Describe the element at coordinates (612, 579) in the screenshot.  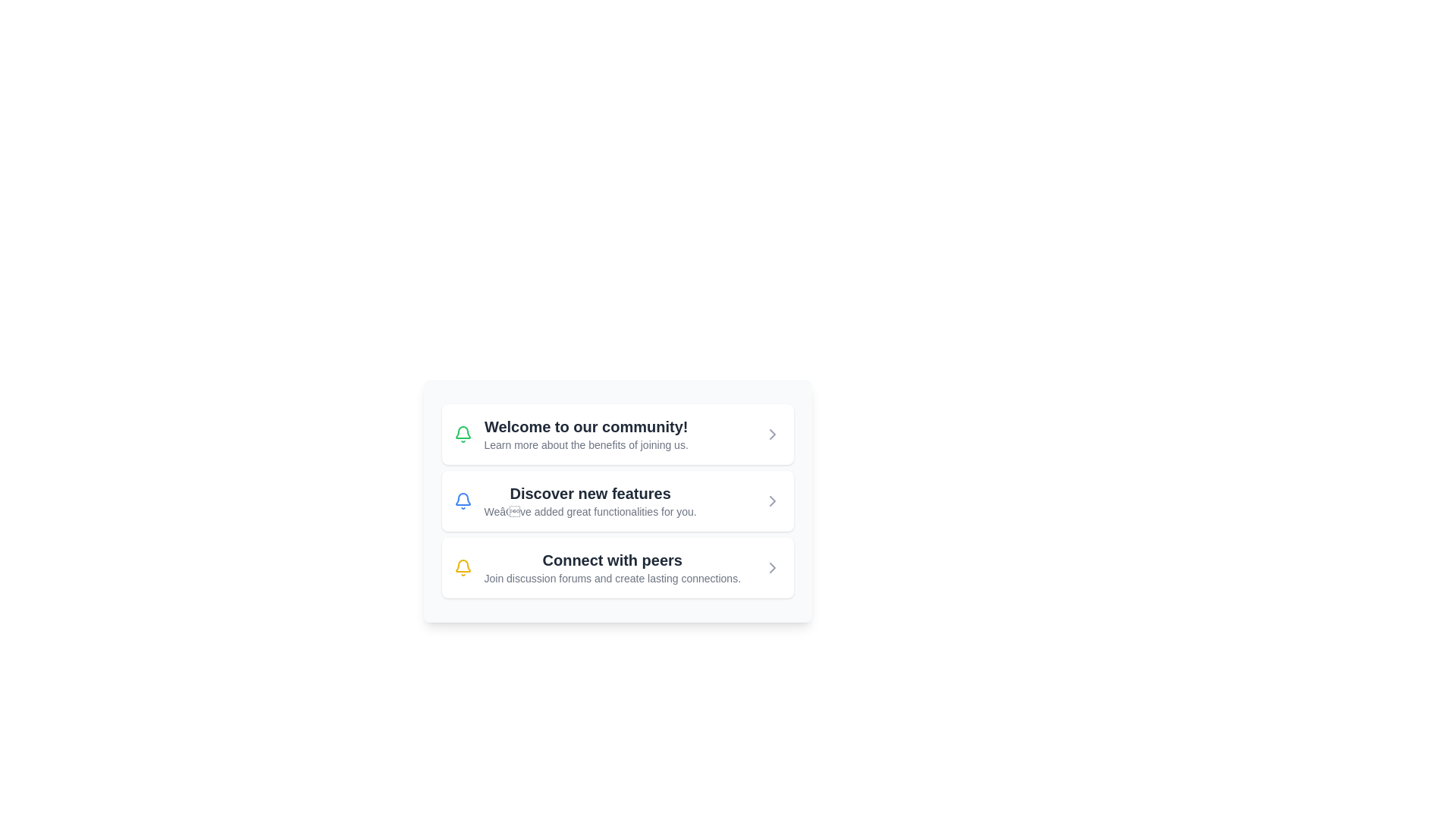
I see `the text block reading 'Join discussion forums and create lasting connections.' which is located beneath the bold text 'Connect with peers'` at that location.